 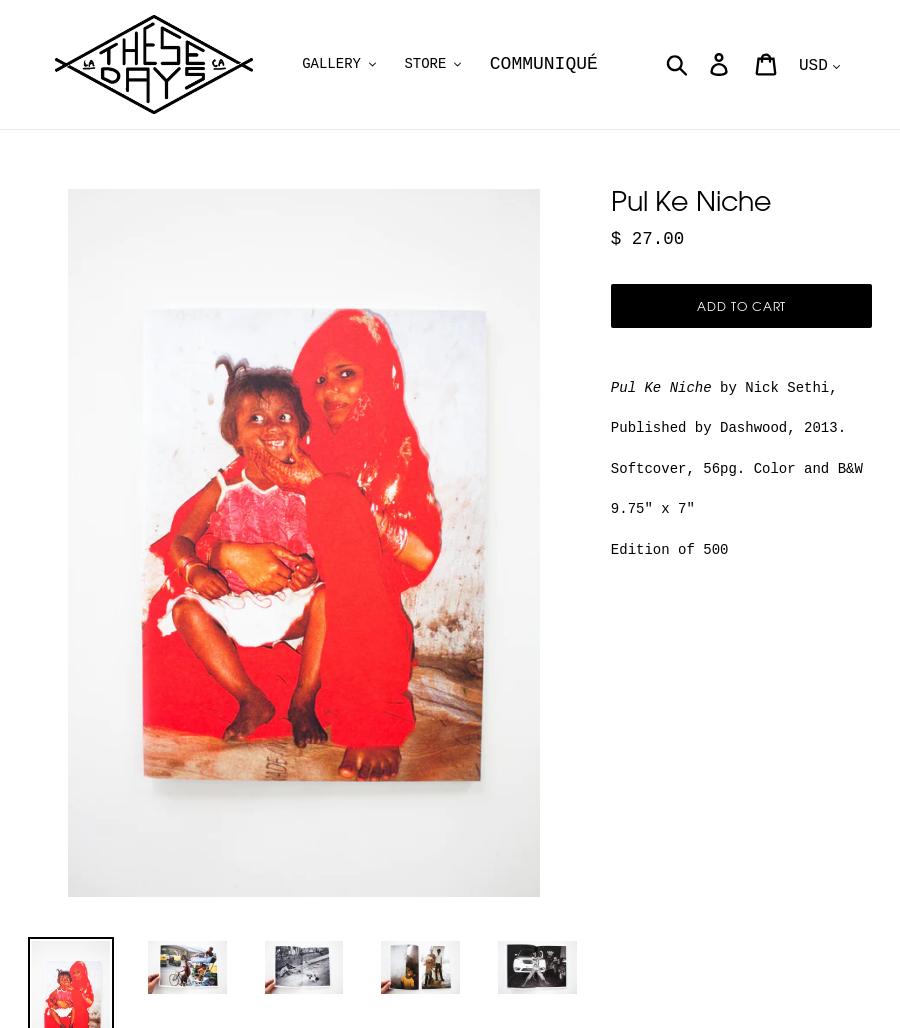 What do you see at coordinates (694, 305) in the screenshot?
I see `'Add to cart'` at bounding box center [694, 305].